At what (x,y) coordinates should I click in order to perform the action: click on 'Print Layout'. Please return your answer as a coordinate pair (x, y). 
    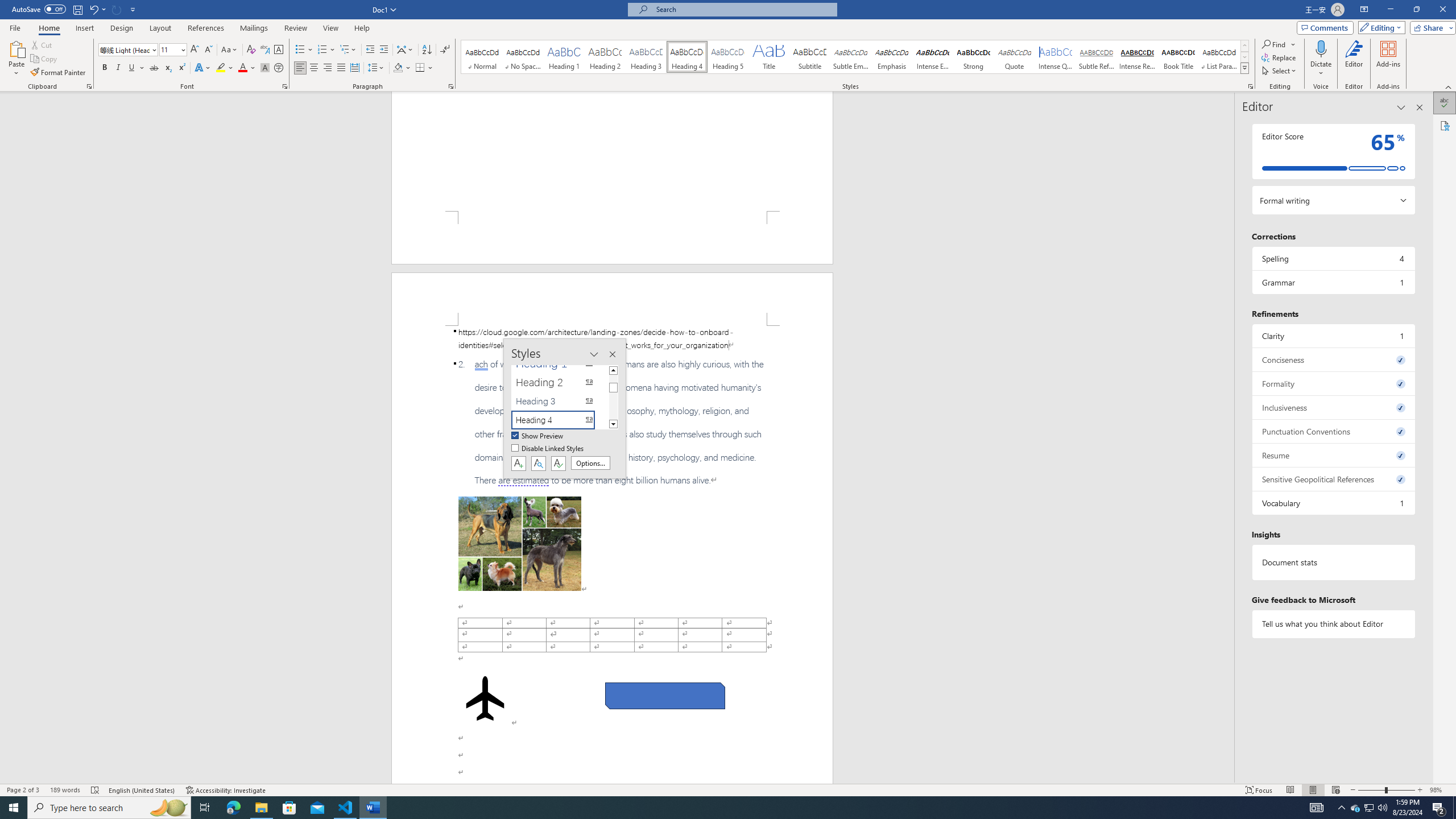
    Looking at the image, I should click on (1313, 790).